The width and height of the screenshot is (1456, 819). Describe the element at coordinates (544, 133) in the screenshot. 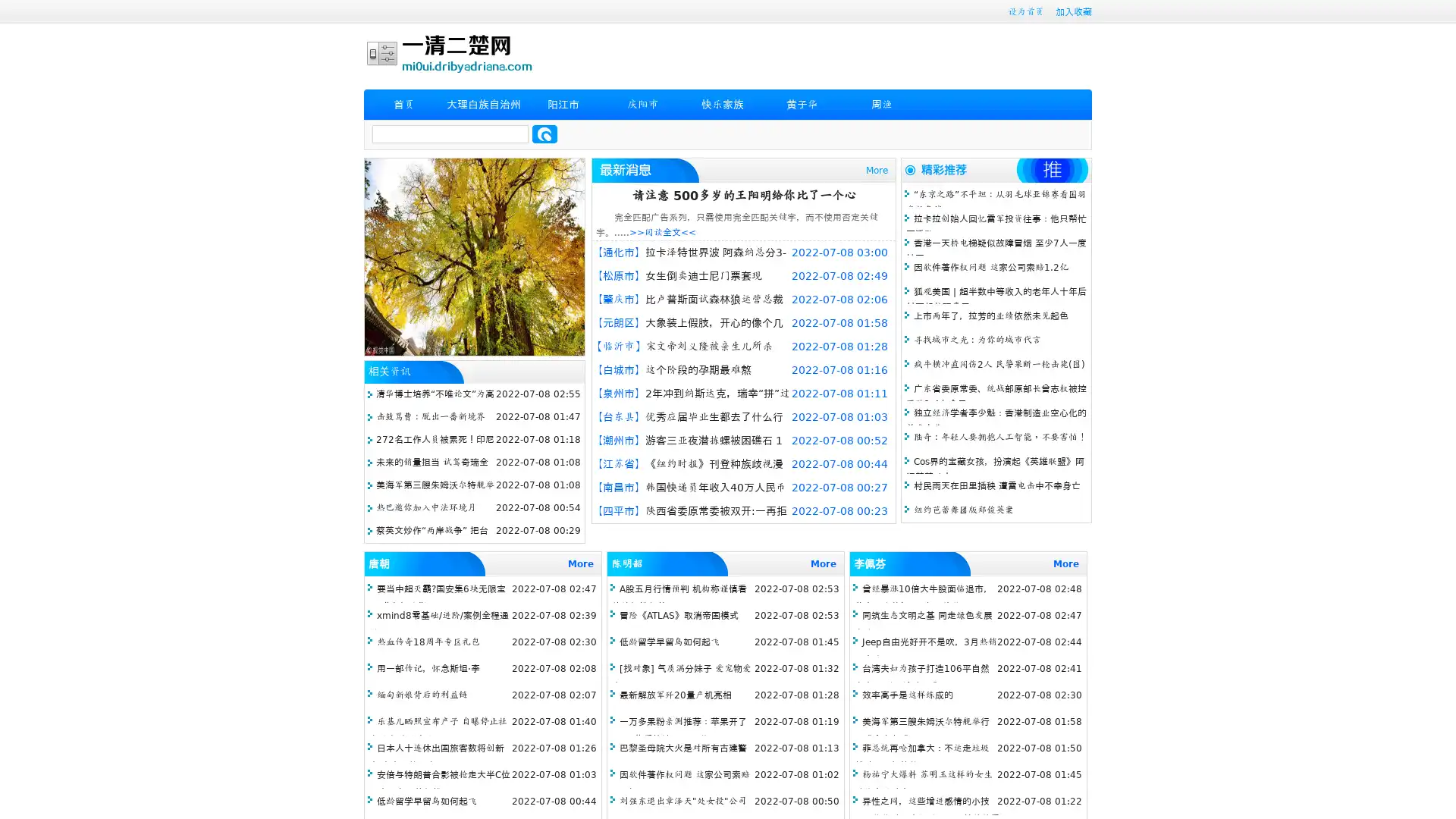

I see `Search` at that location.